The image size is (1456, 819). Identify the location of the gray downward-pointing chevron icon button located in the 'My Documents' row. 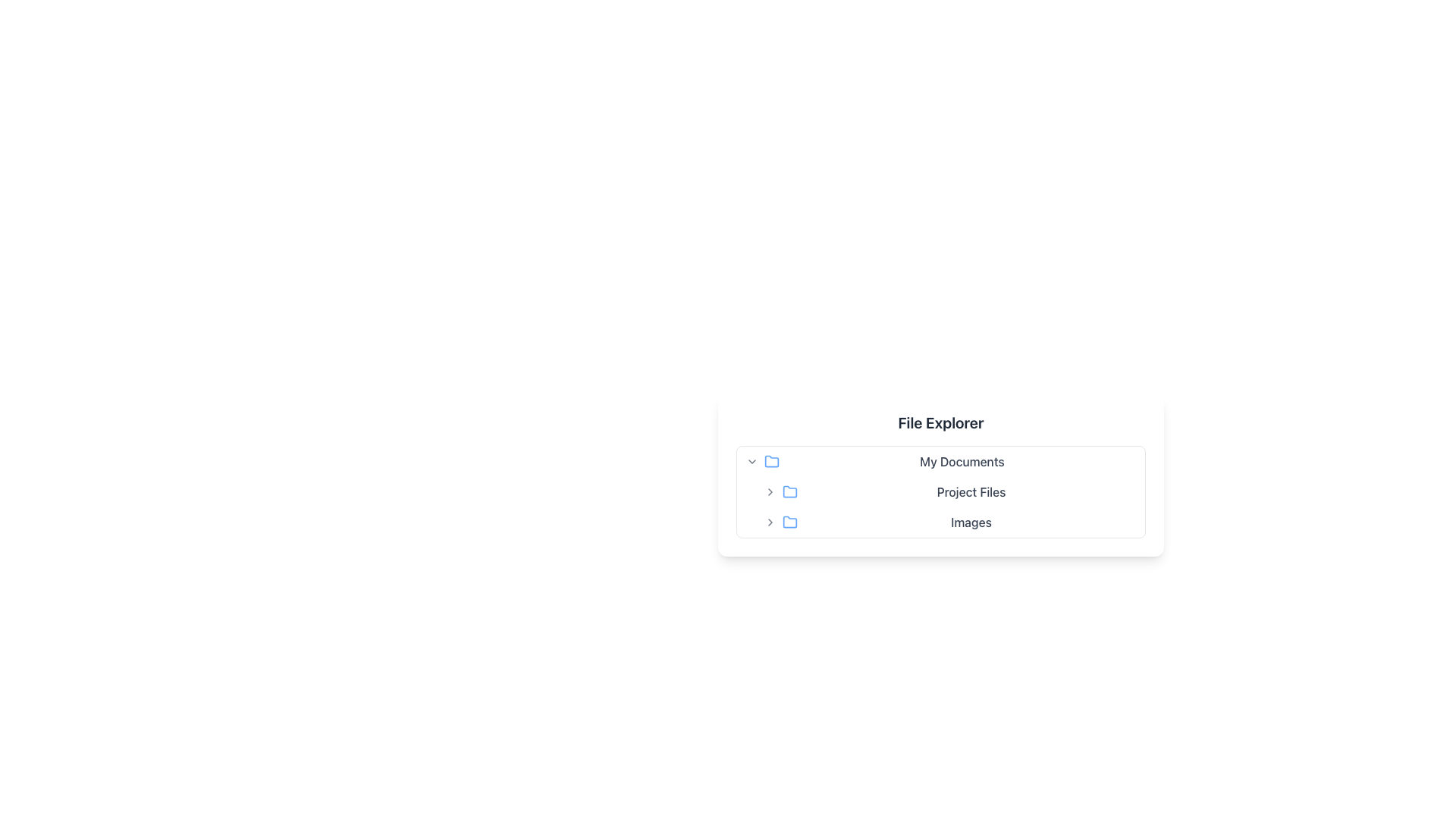
(752, 461).